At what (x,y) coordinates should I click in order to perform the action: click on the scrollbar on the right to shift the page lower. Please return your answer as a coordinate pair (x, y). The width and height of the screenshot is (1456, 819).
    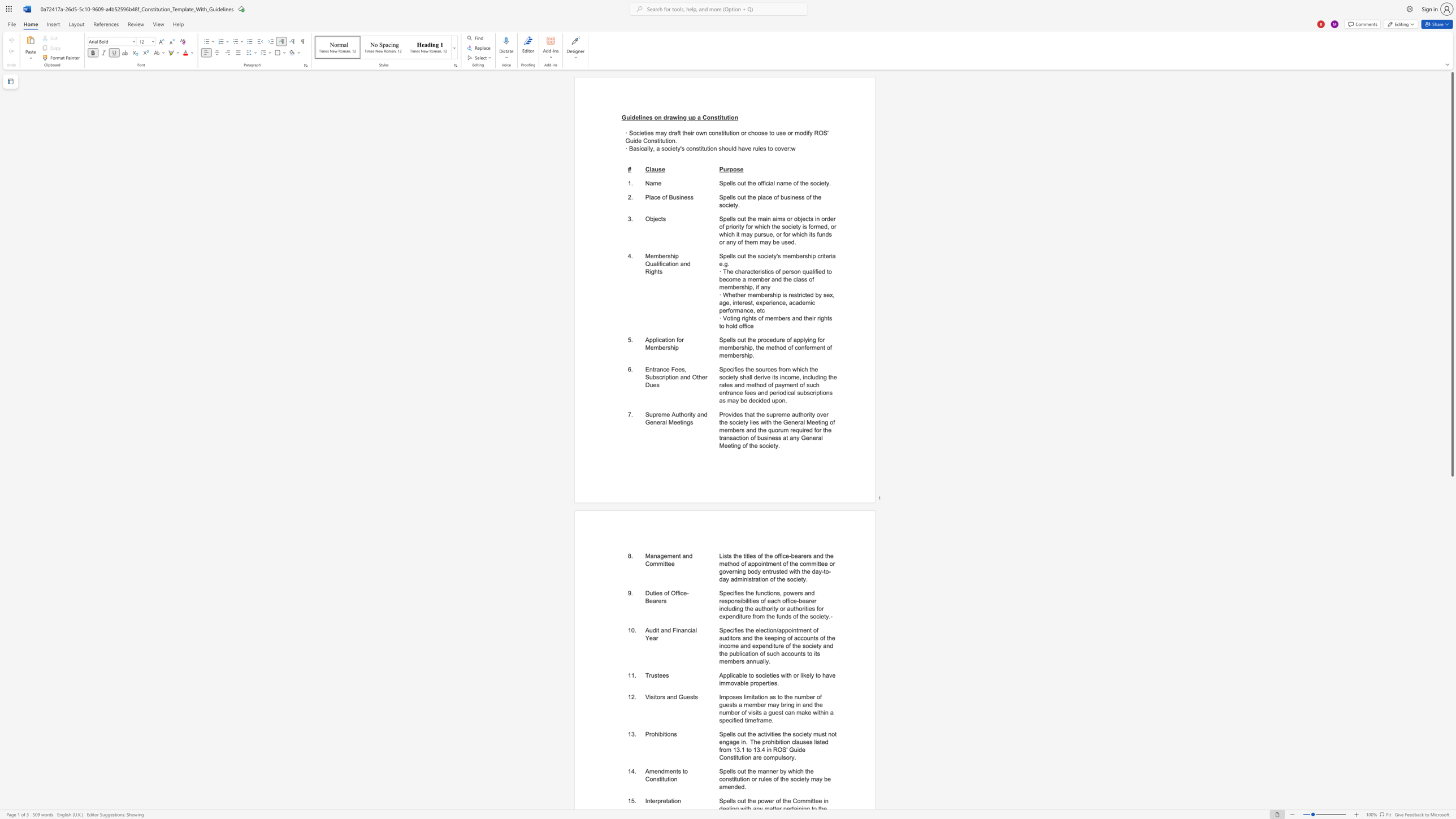
    Looking at the image, I should click on (1451, 580).